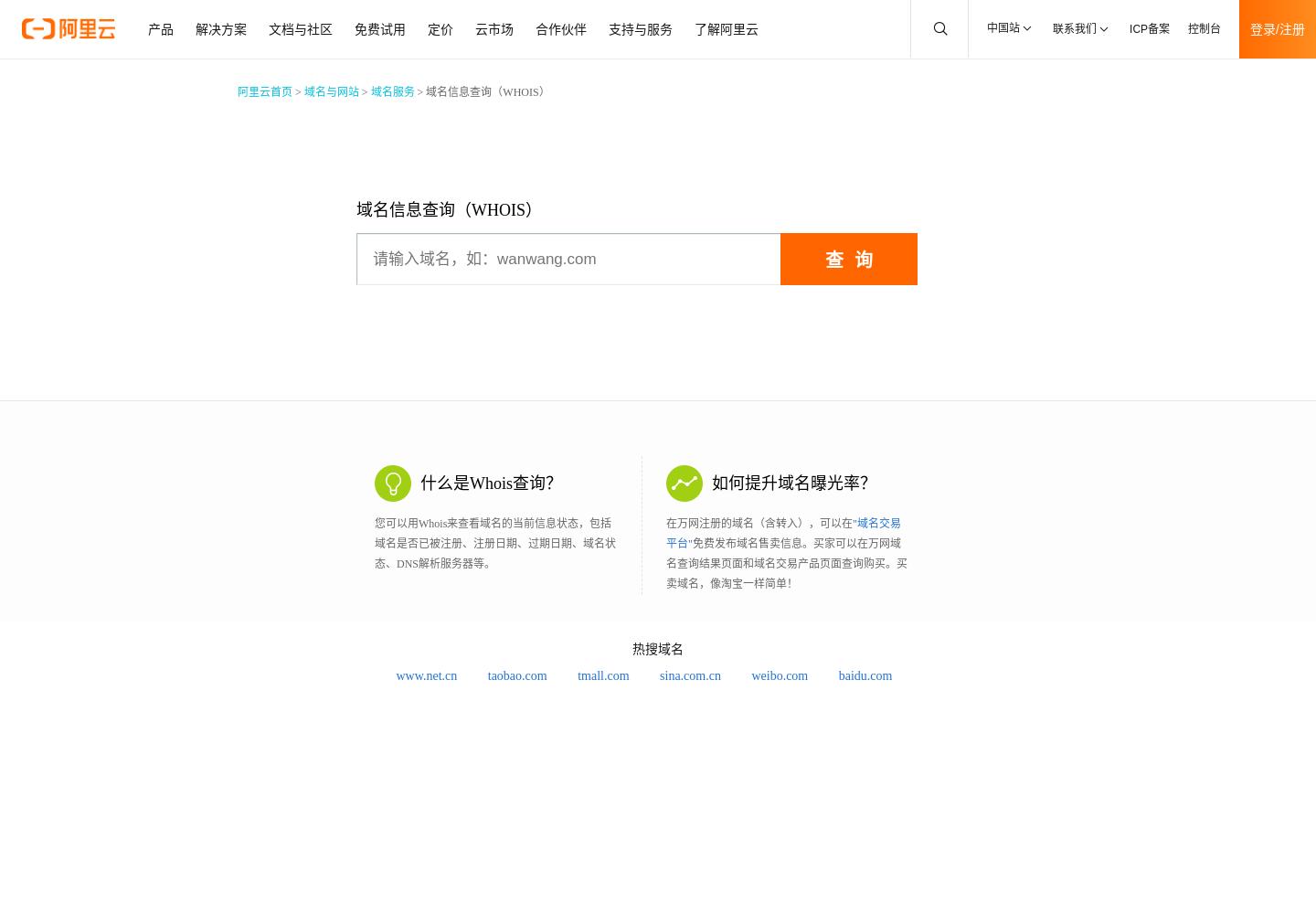 Image resolution: width=1316 pixels, height=914 pixels. Describe the element at coordinates (1277, 29) in the screenshot. I see `'登录/注册'` at that location.